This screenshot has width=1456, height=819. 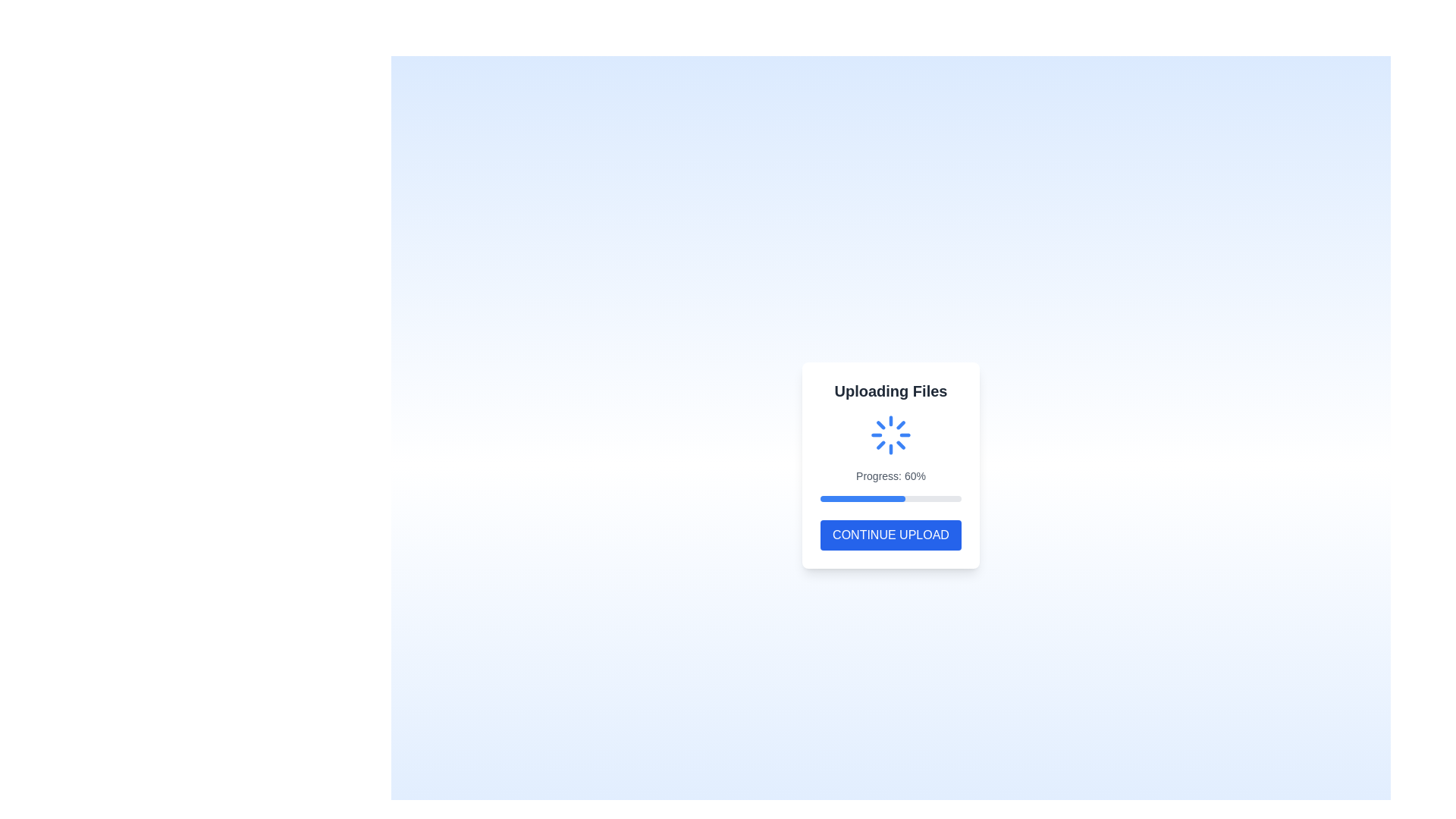 What do you see at coordinates (891, 435) in the screenshot?
I see `the animated loader spinner positioned below the 'Uploading Files' title and above the 'Progress: 60%' text to recognize the upload status` at bounding box center [891, 435].